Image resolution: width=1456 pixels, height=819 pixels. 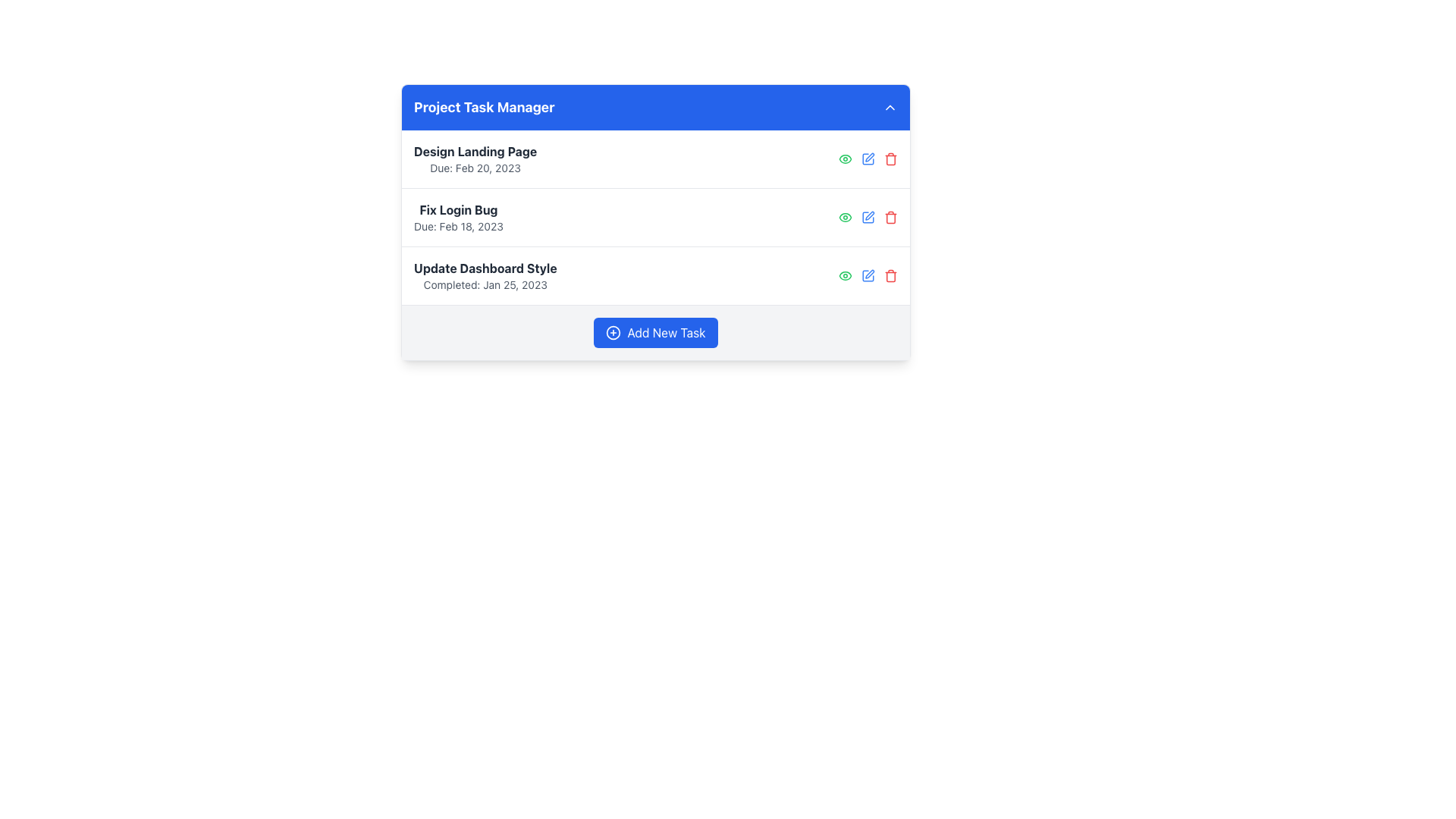 What do you see at coordinates (891, 275) in the screenshot?
I see `the trash can icon button, which is the third interactive element in the task list interface` at bounding box center [891, 275].